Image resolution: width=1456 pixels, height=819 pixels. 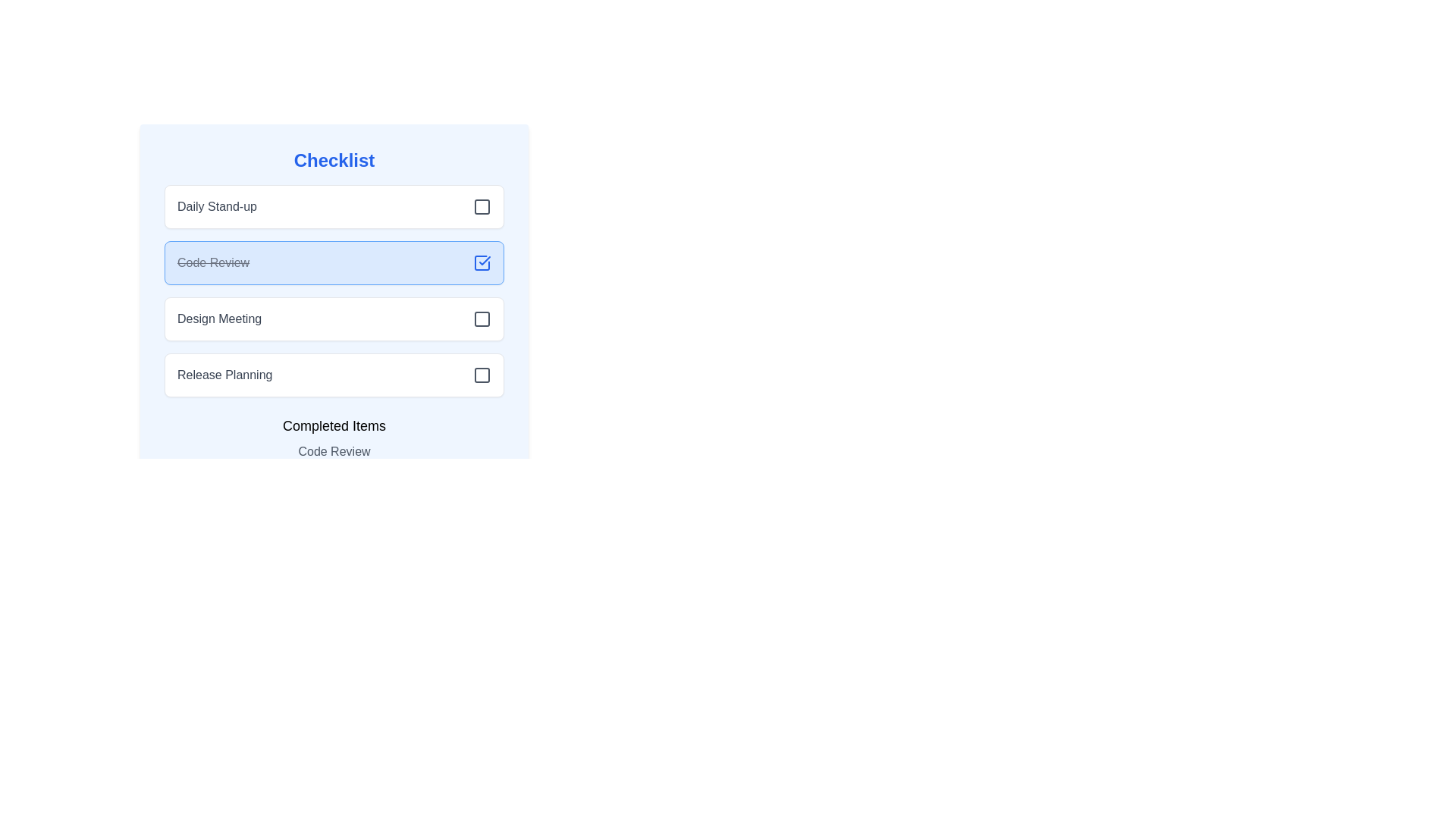 I want to click on the blue checkmark icon in the 'Code Review' checklist item, indicating a completed task, so click(x=481, y=262).